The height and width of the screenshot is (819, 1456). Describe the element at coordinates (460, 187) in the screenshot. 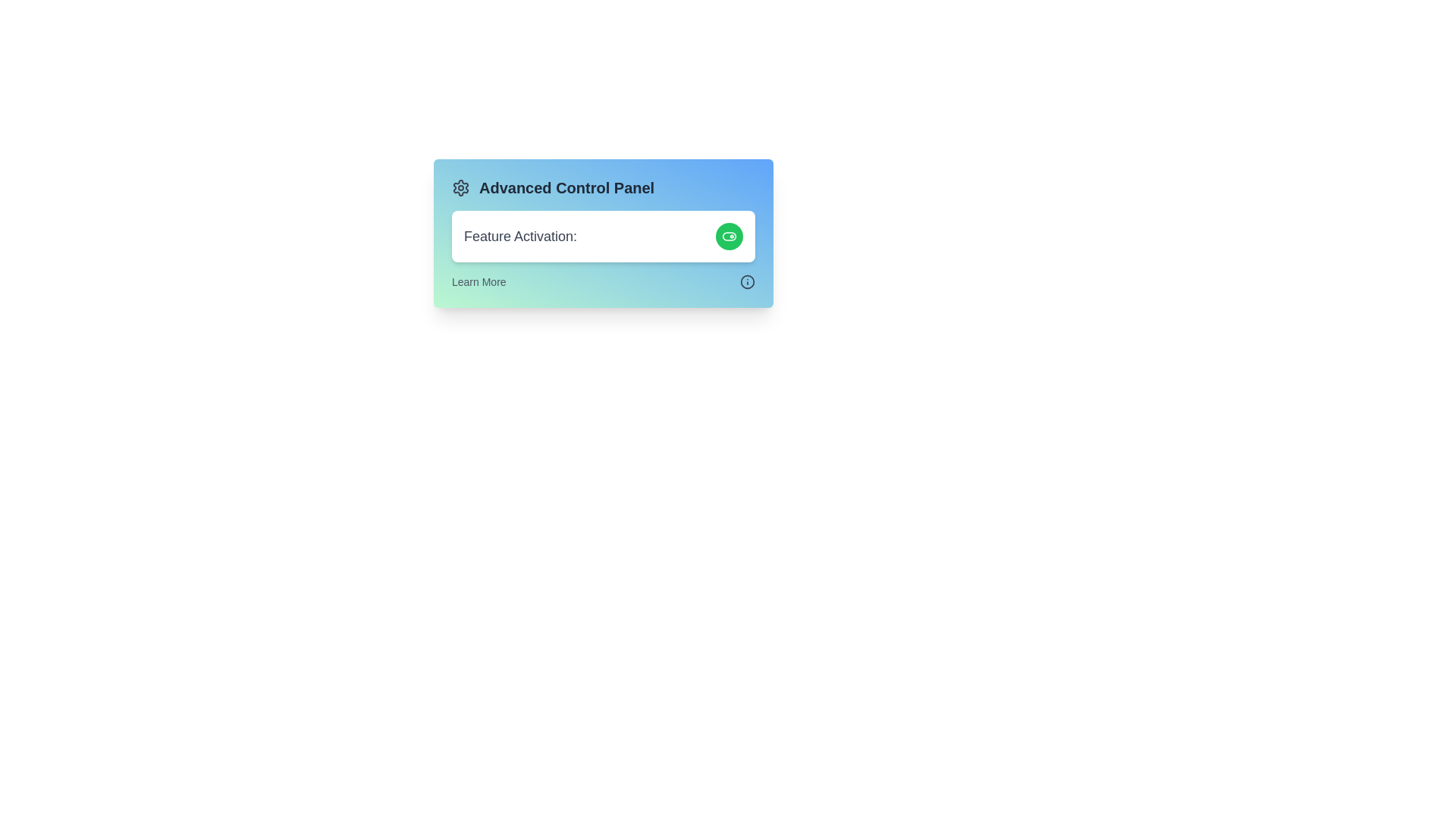

I see `the settings icon in the header to open the configuration options` at that location.